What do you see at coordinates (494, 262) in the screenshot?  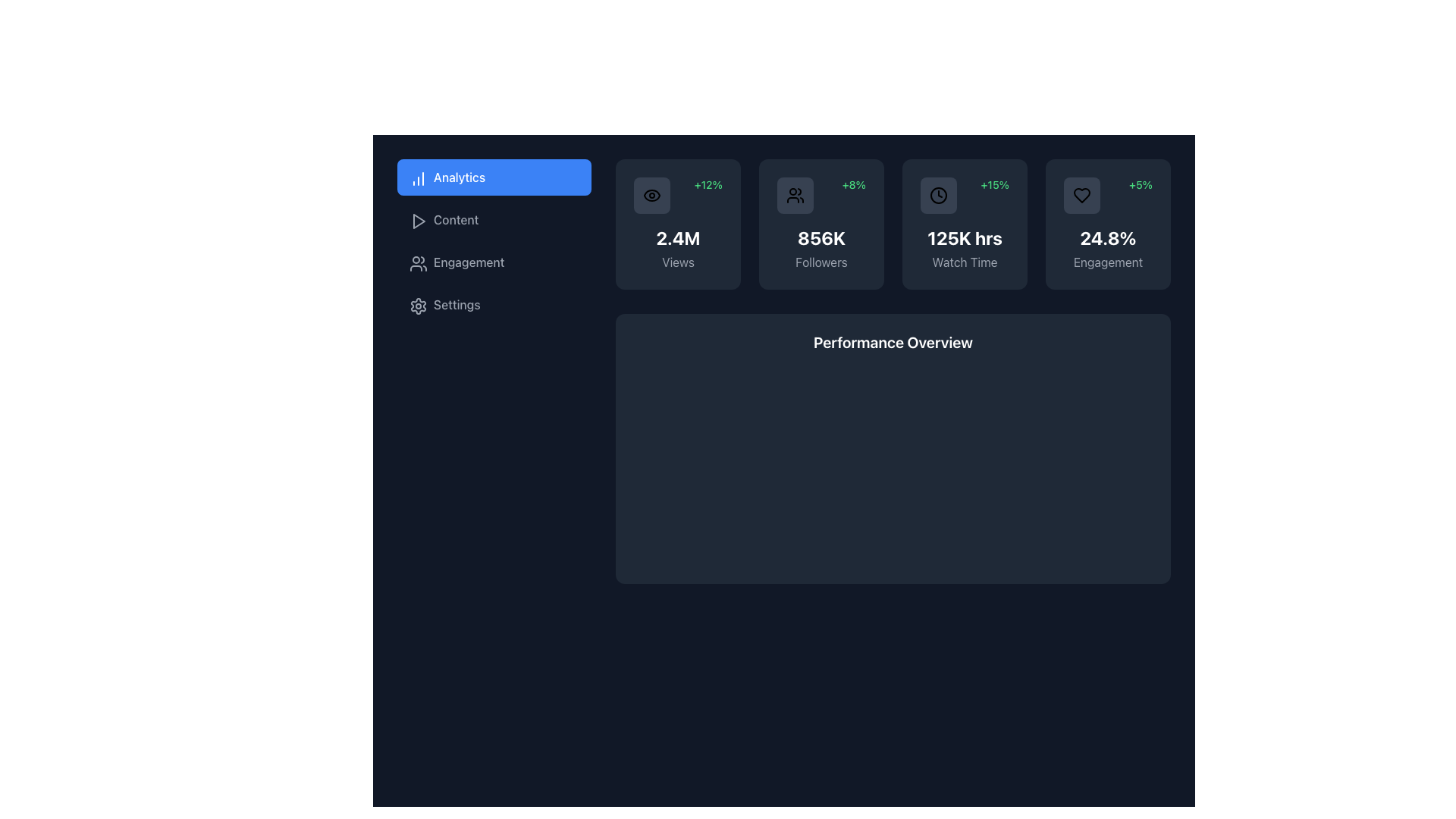 I see `the 'Engagement' navigation menu item, which is the third item in the vertical navigation menu styled with light gray text and an icon, located in the sidebar on the left side of the interface` at bounding box center [494, 262].